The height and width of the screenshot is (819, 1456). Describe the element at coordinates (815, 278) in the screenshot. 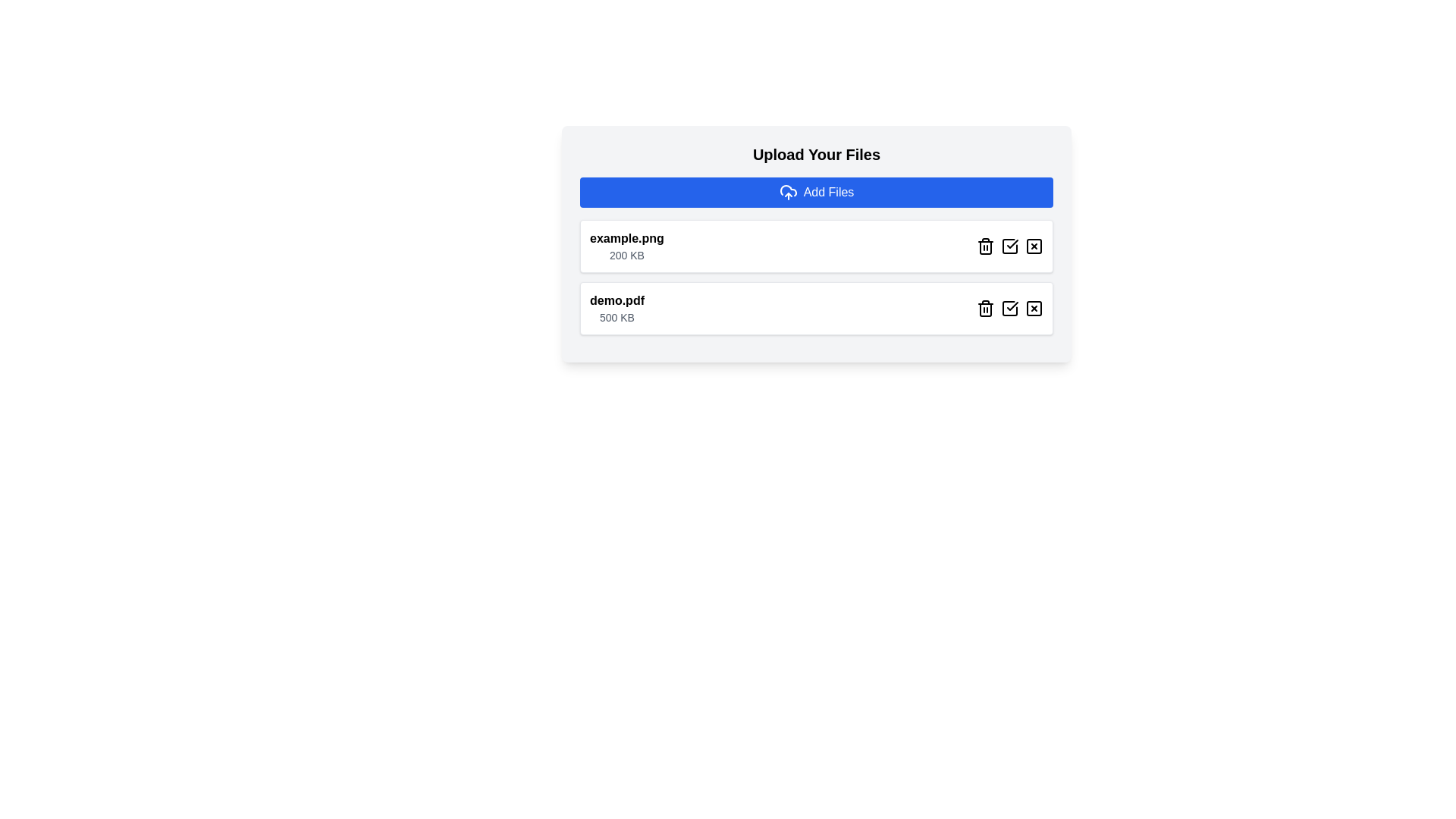

I see `the action buttons located to the right of the file entry labeled 'example.png' under the 'Upload Your Files' section` at that location.